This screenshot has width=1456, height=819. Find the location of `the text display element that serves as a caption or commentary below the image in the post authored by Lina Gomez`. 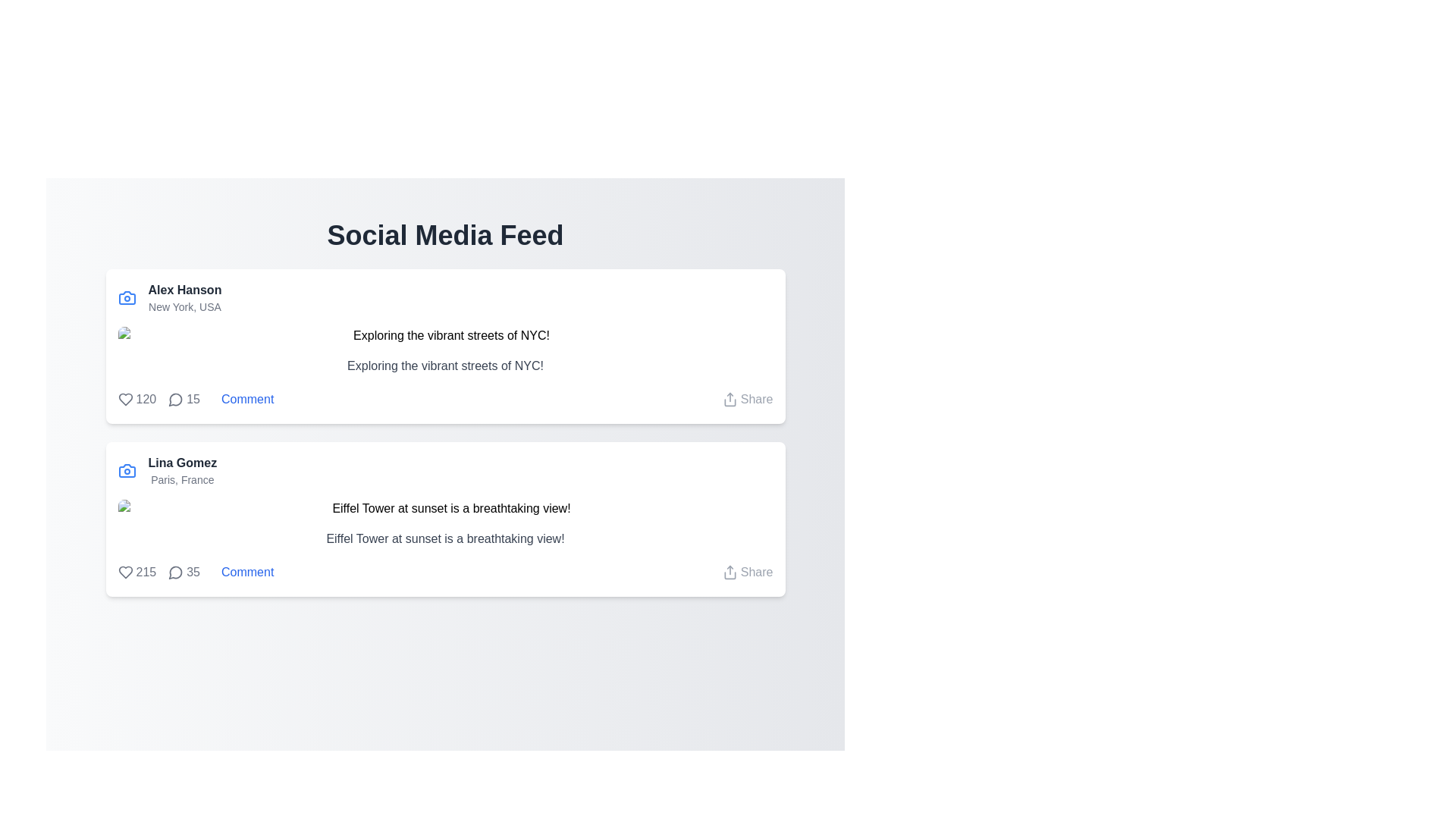

the text display element that serves as a caption or commentary below the image in the post authored by Lina Gomez is located at coordinates (444, 538).